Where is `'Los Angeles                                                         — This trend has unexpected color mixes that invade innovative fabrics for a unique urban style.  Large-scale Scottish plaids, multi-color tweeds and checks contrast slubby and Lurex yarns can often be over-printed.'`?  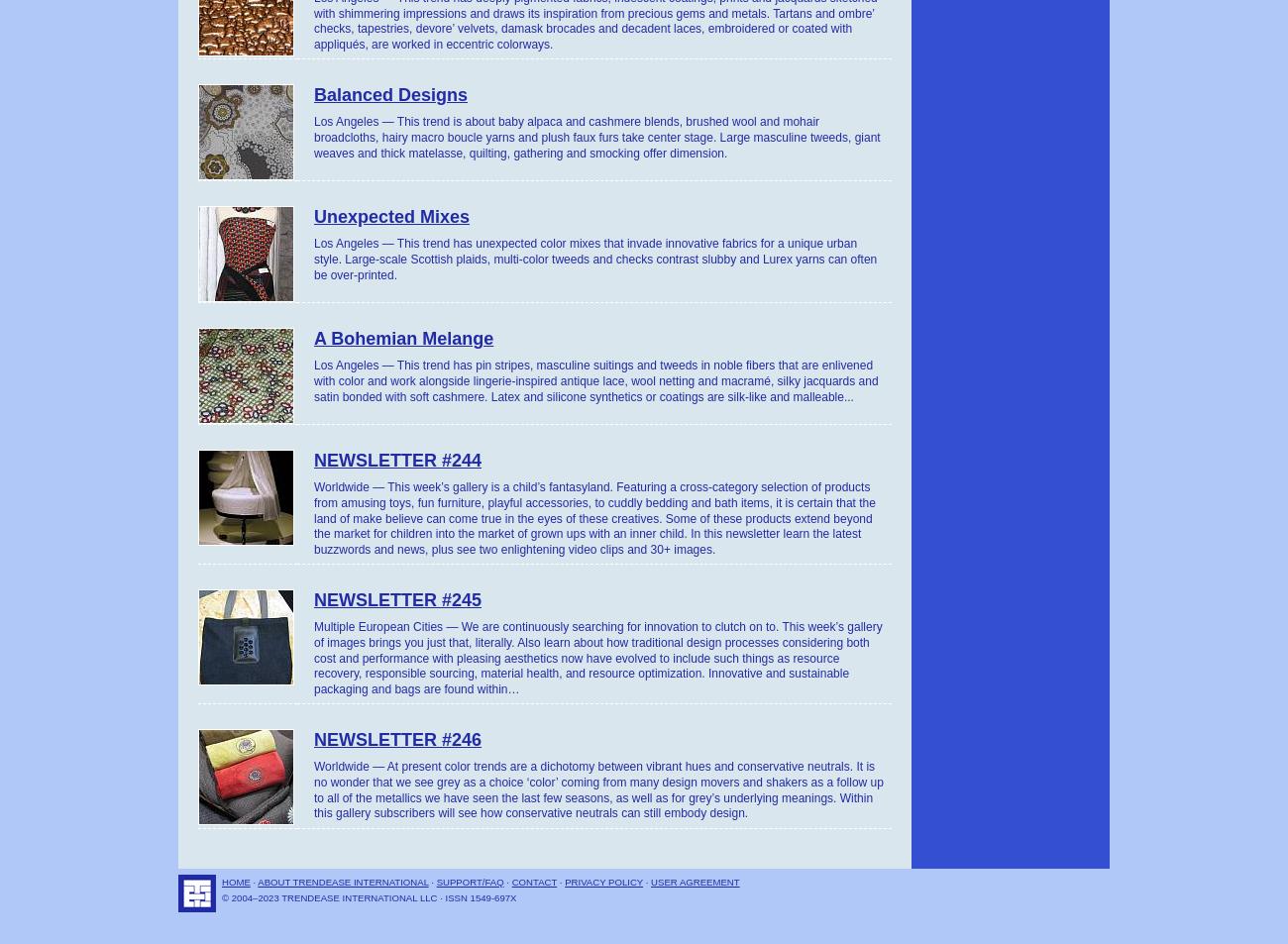 'Los Angeles                                                         — This trend has unexpected color mixes that invade innovative fabrics for a unique urban style.  Large-scale Scottish plaids, multi-color tweeds and checks contrast slubby and Lurex yarns can often be over-printed.' is located at coordinates (313, 258).